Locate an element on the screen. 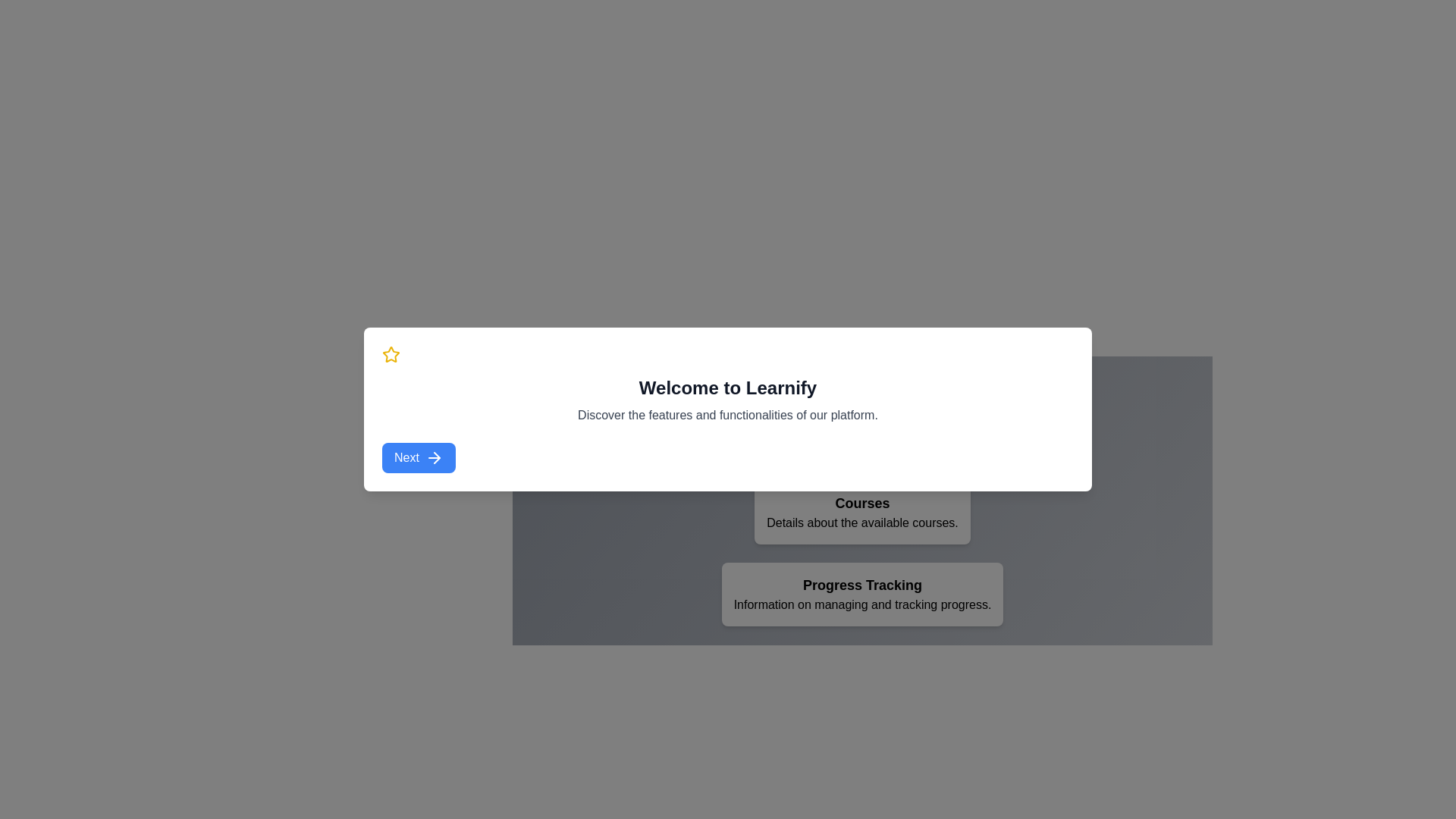 This screenshot has width=1456, height=819. the text element that contains the content 'Discover the features and functionalities of our platform,' which is styled in gray and positioned below the heading 'Welcome to Learnify.' is located at coordinates (728, 415).